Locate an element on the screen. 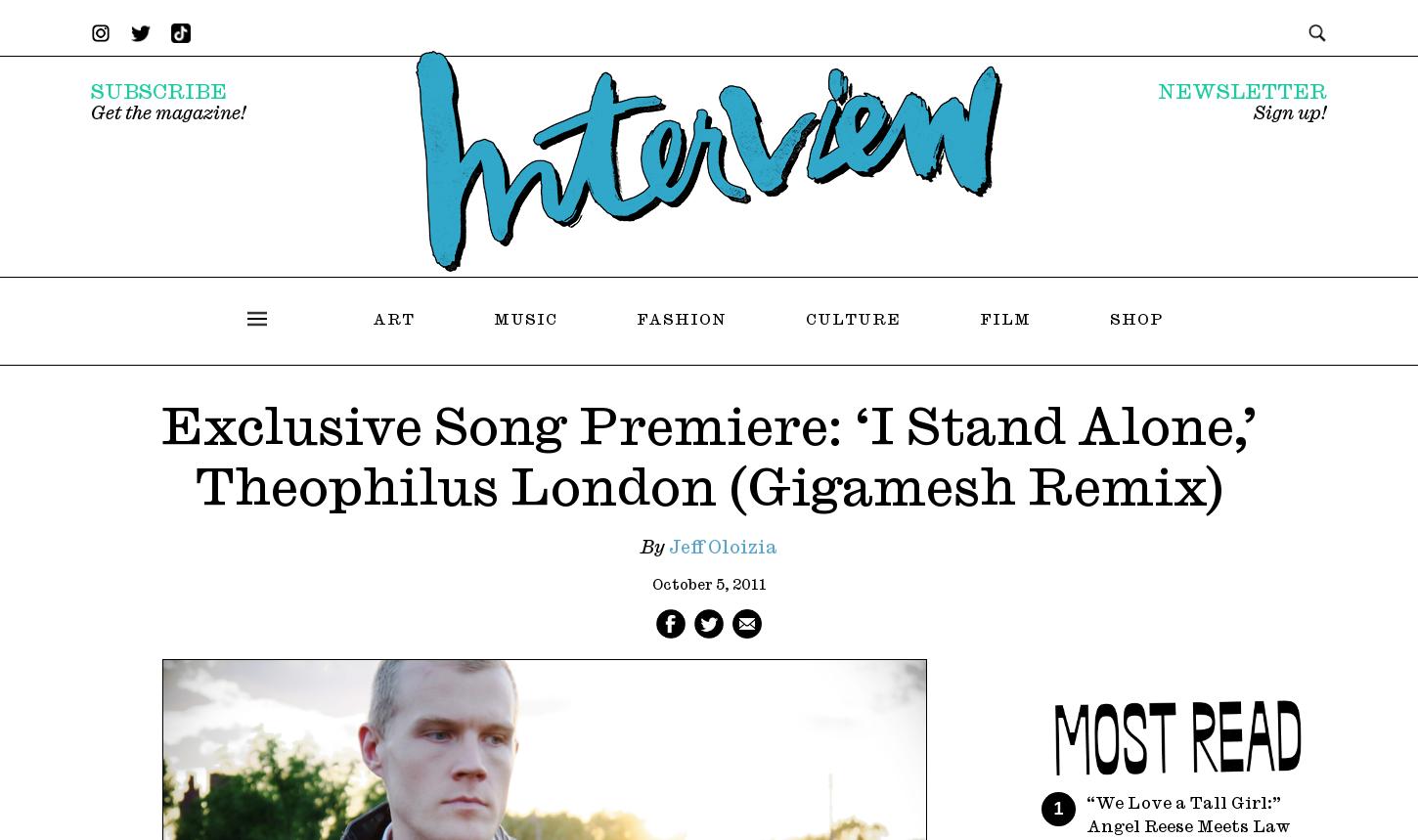 This screenshot has height=840, width=1418. 'Culture' is located at coordinates (852, 318).